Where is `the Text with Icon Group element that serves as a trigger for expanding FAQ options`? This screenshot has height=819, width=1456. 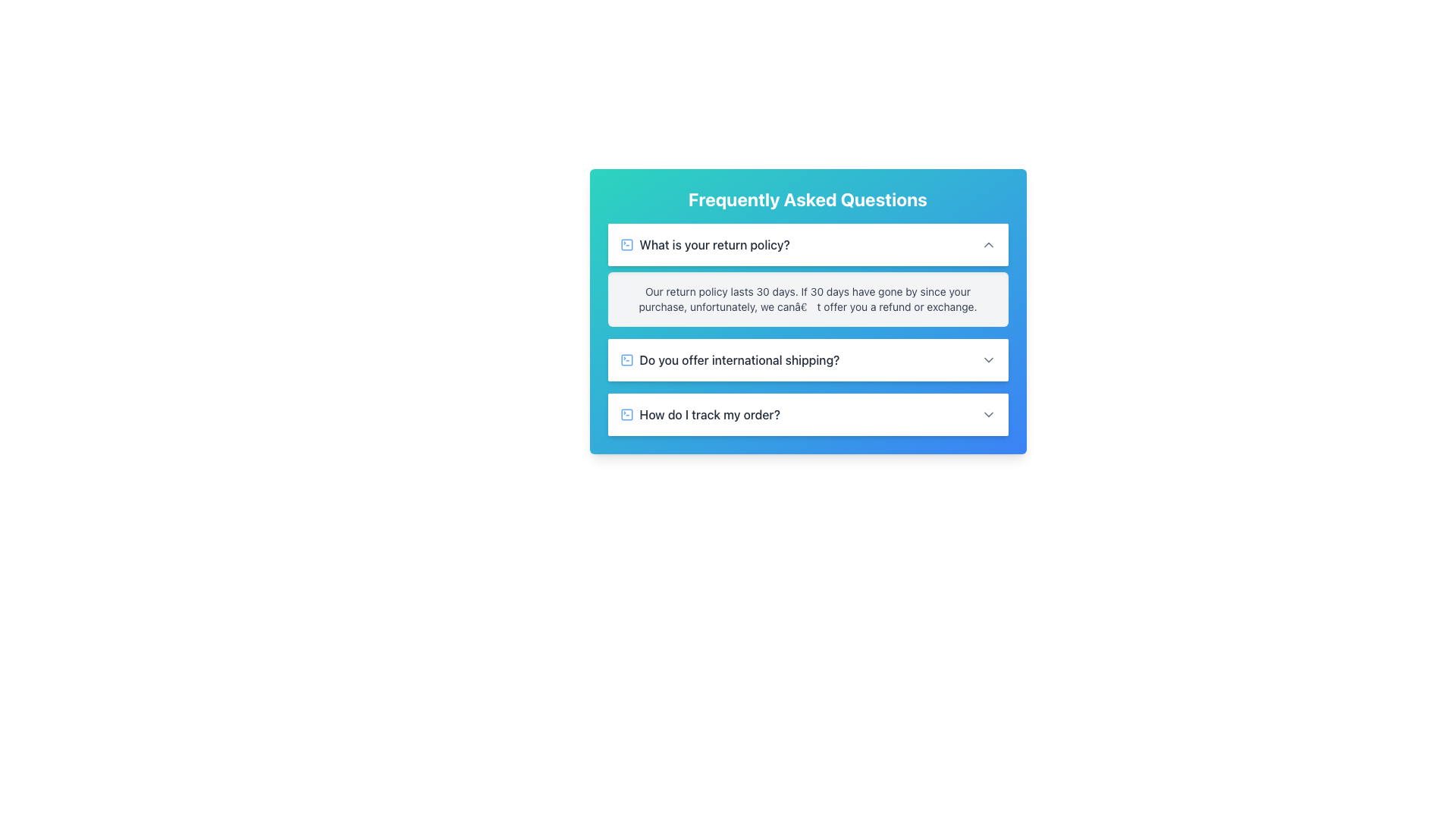 the Text with Icon Group element that serves as a trigger for expanding FAQ options is located at coordinates (730, 359).